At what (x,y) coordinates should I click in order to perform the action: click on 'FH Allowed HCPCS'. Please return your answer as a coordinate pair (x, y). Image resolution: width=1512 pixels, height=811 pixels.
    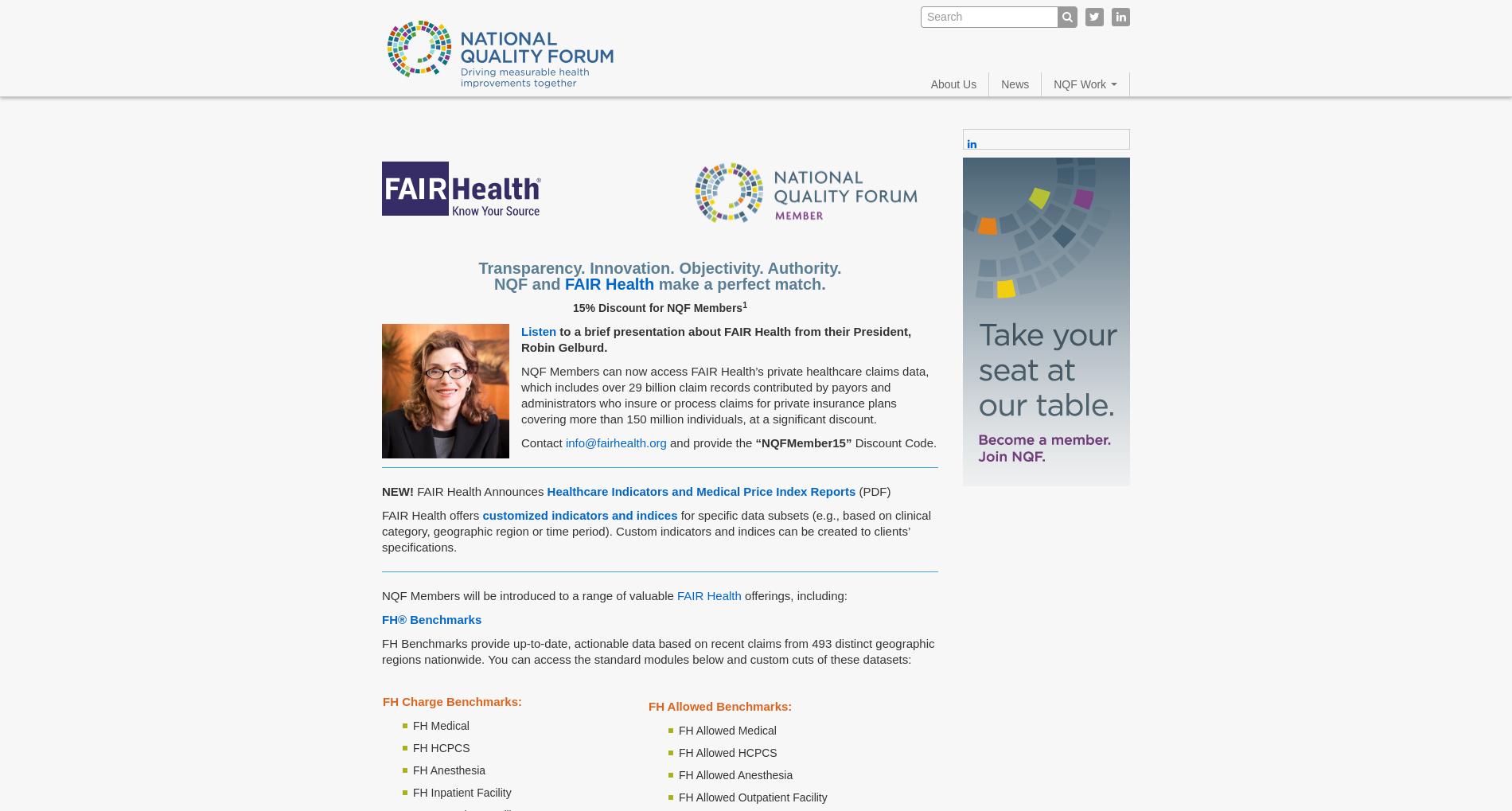
    Looking at the image, I should click on (727, 752).